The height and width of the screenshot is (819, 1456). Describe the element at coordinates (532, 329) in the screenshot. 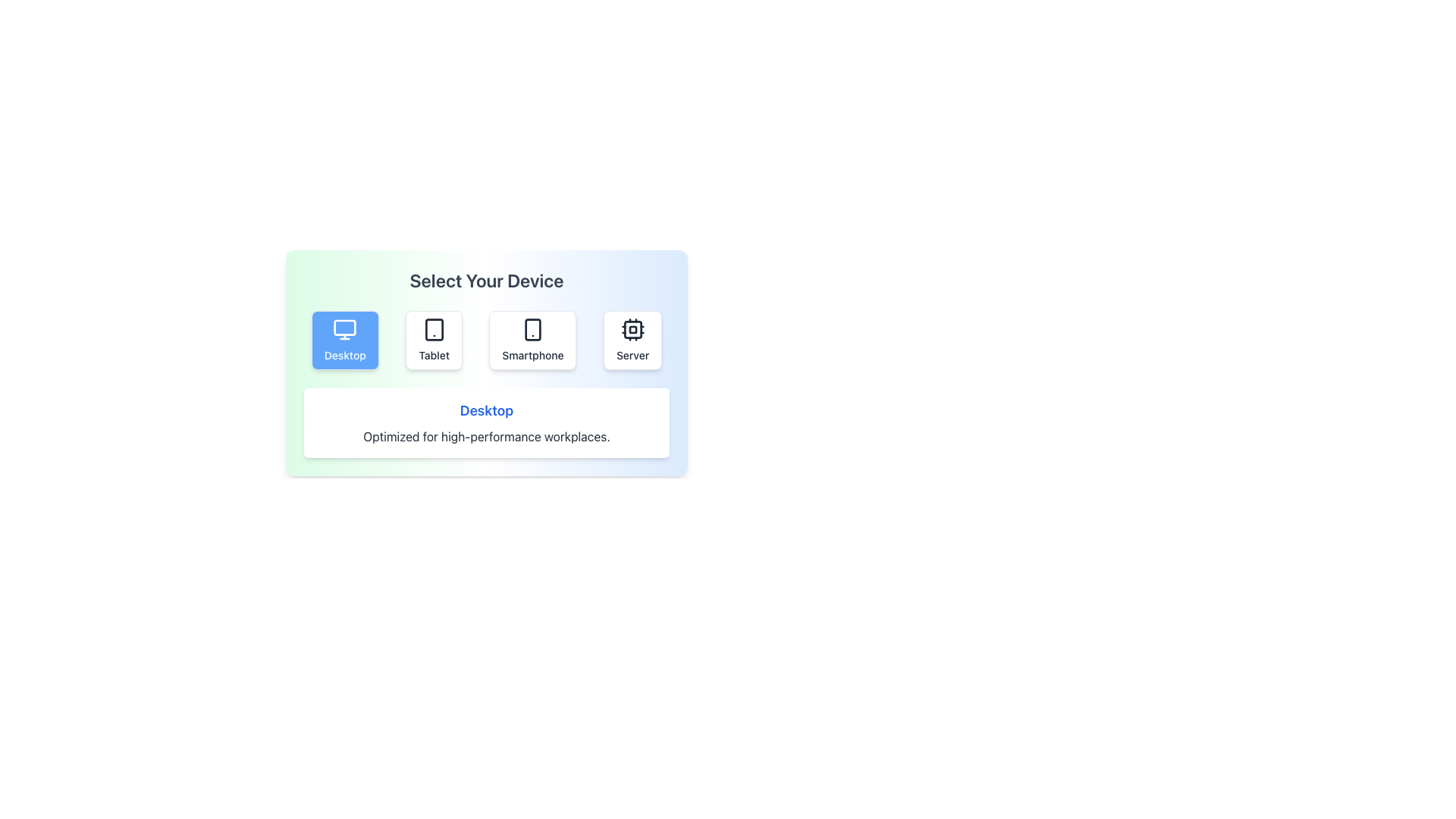

I see `the main body of the smartphone icon, which is a rounded rectangle with no visible content or styling, located centrally among other device options` at that location.